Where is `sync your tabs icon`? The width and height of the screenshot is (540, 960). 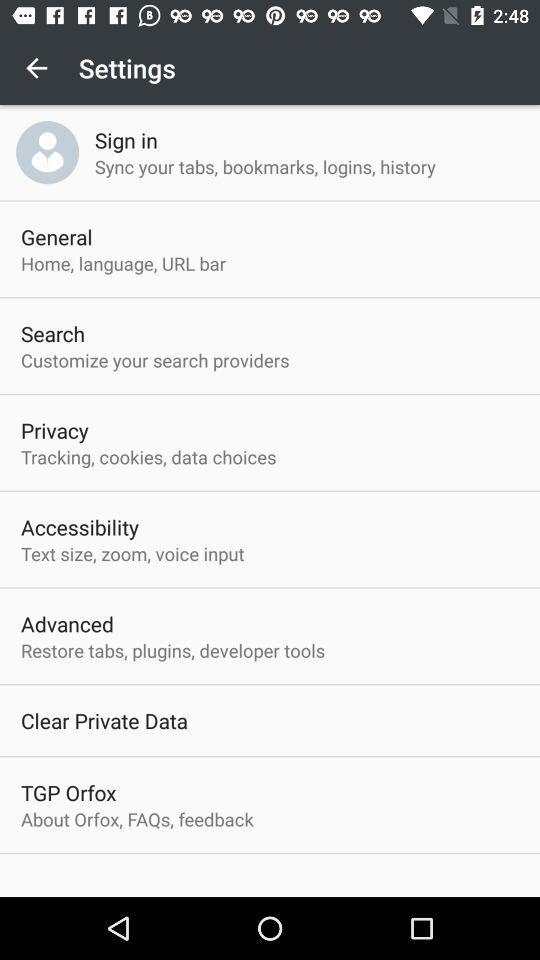
sync your tabs icon is located at coordinates (265, 165).